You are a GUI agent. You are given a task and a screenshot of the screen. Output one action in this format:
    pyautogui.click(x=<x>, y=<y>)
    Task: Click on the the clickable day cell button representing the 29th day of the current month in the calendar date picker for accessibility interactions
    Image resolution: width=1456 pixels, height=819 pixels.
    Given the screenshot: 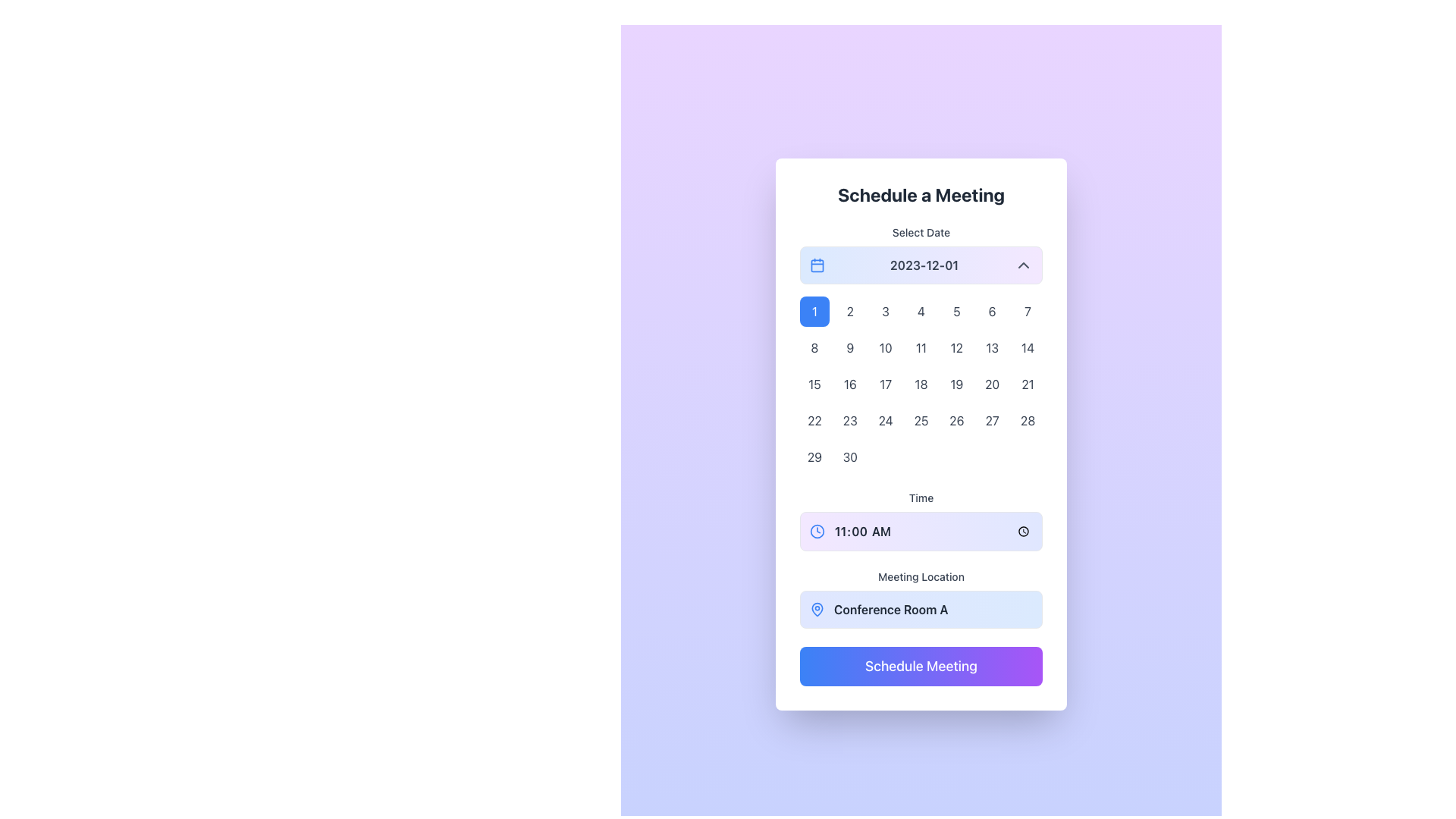 What is the action you would take?
    pyautogui.click(x=814, y=456)
    